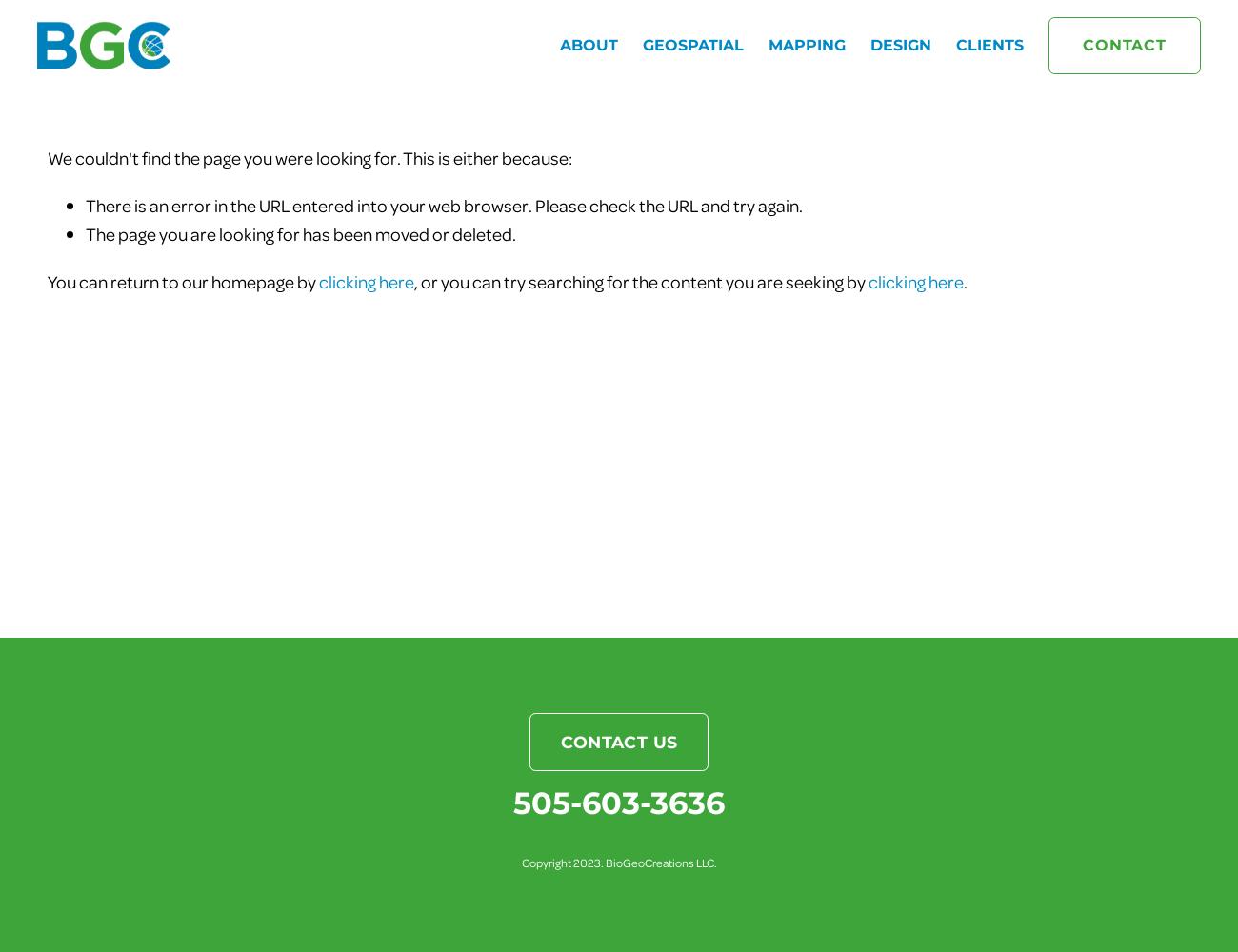 The image size is (1238, 952). What do you see at coordinates (443, 204) in the screenshot?
I see `'There is an error in the URL entered into your web browser. Please check the URL and try again.'` at bounding box center [443, 204].